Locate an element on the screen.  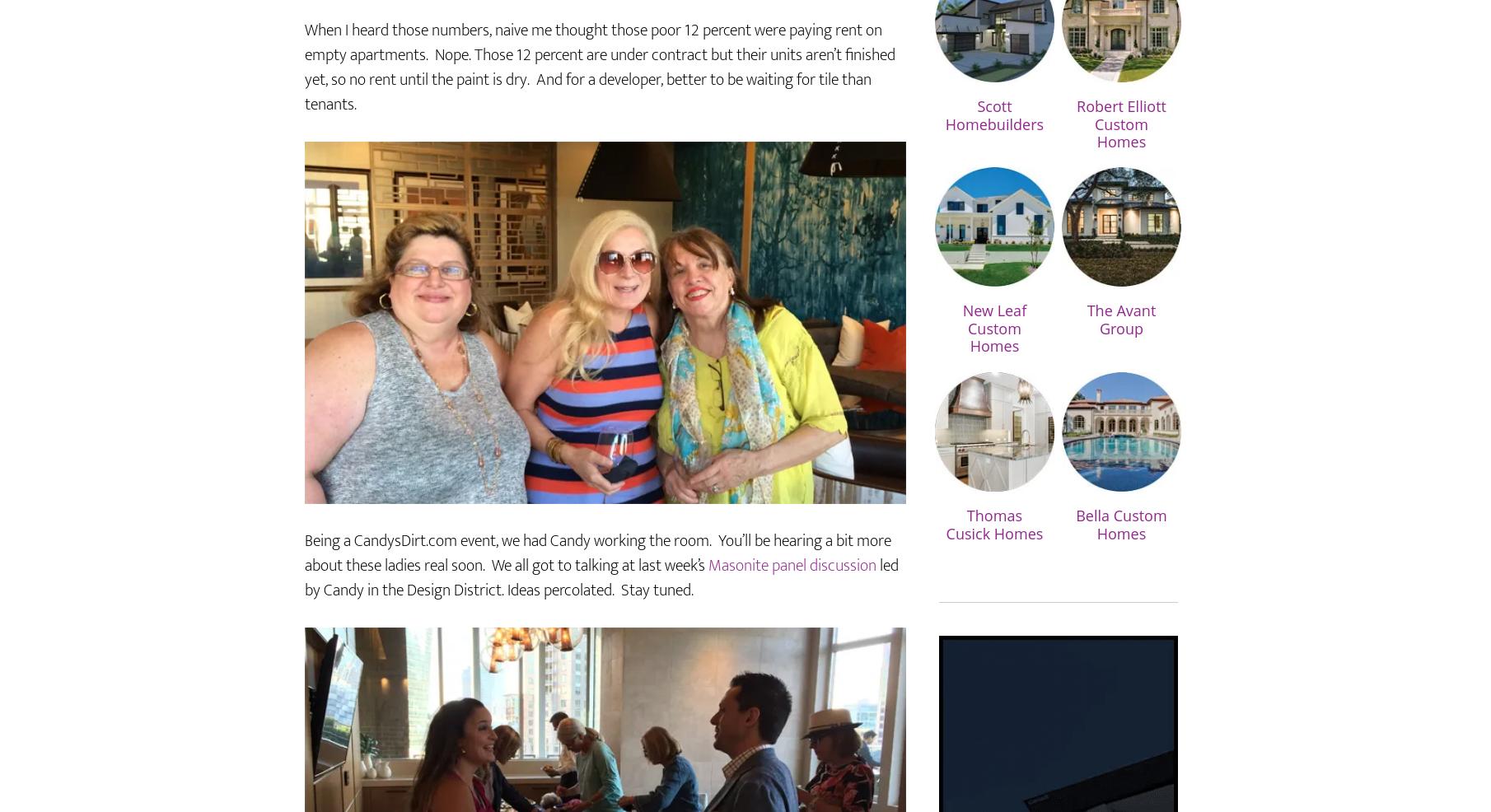
'When I heard those numbers, naive me thought those poor 12 percent were paying rent on empty apartments.  Nope. Those 12 percent are under contract but their units aren’t finished yet, so no rent until the paint is dry.  And for a developer, better to be waiting for tile than tenants.' is located at coordinates (600, 115).